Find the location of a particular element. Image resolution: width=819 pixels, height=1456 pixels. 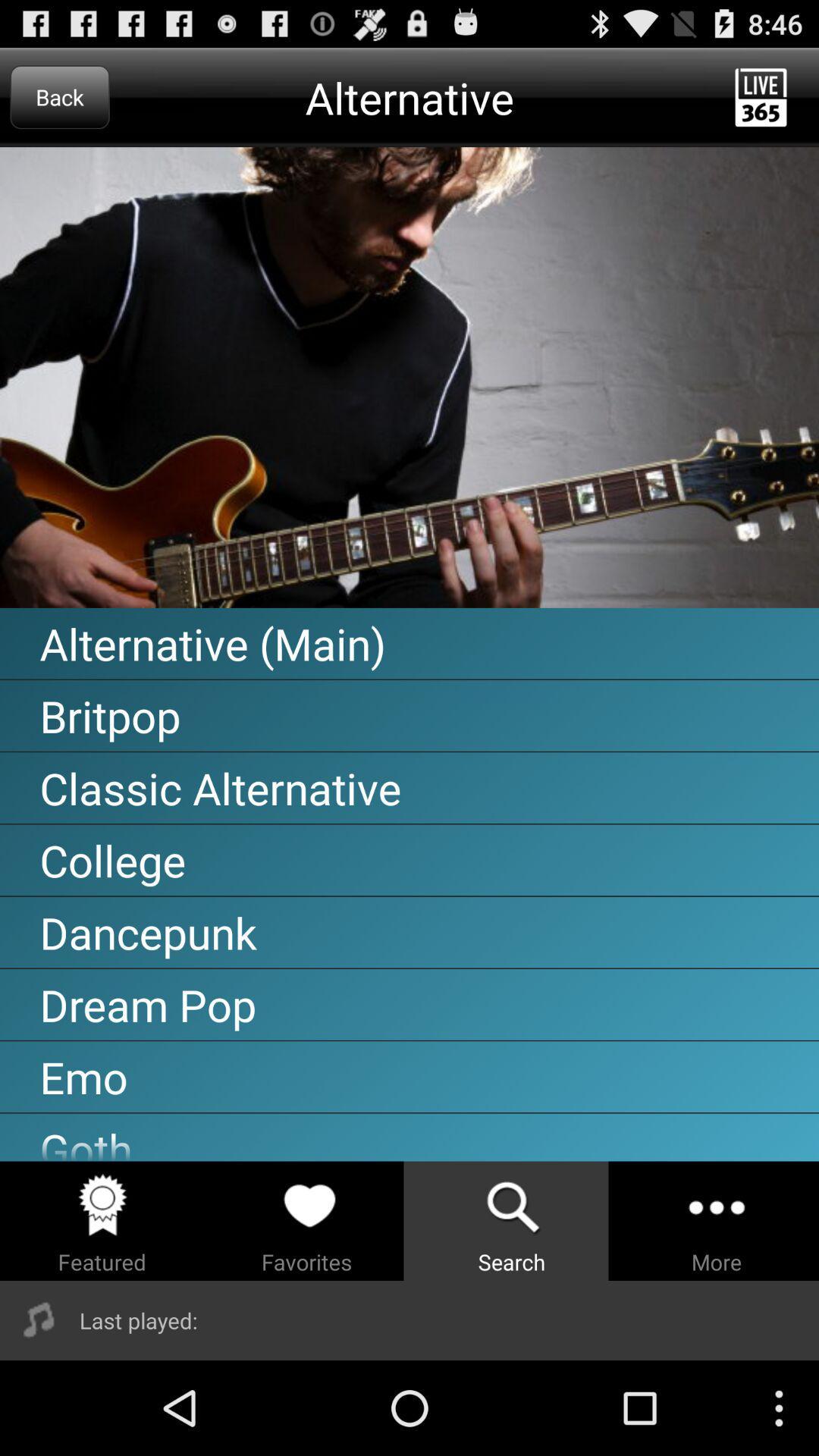

icon above the alternative (main) icon is located at coordinates (409, 378).